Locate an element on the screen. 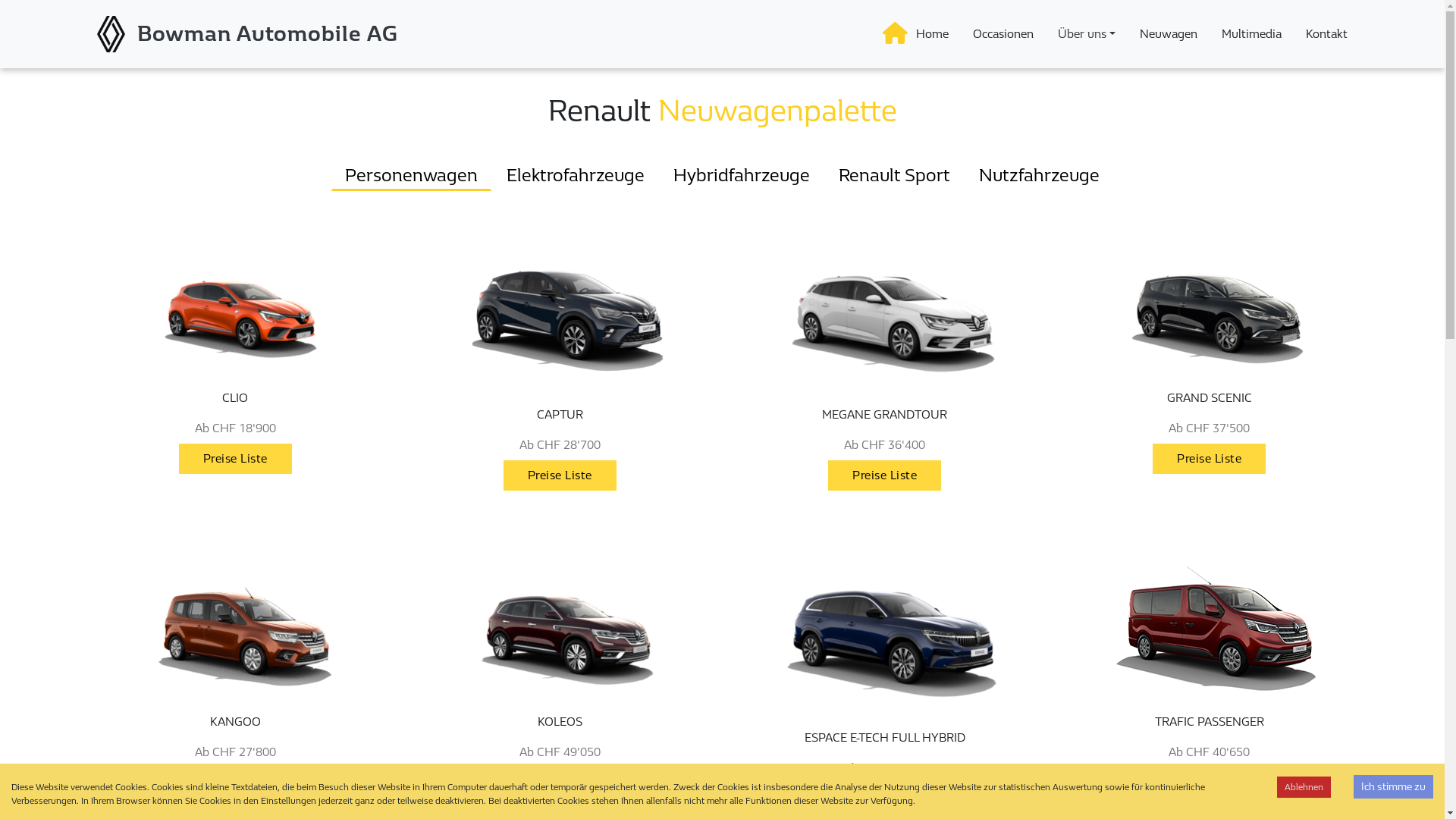  'Elektrofahrzeuge' is located at coordinates (574, 174).